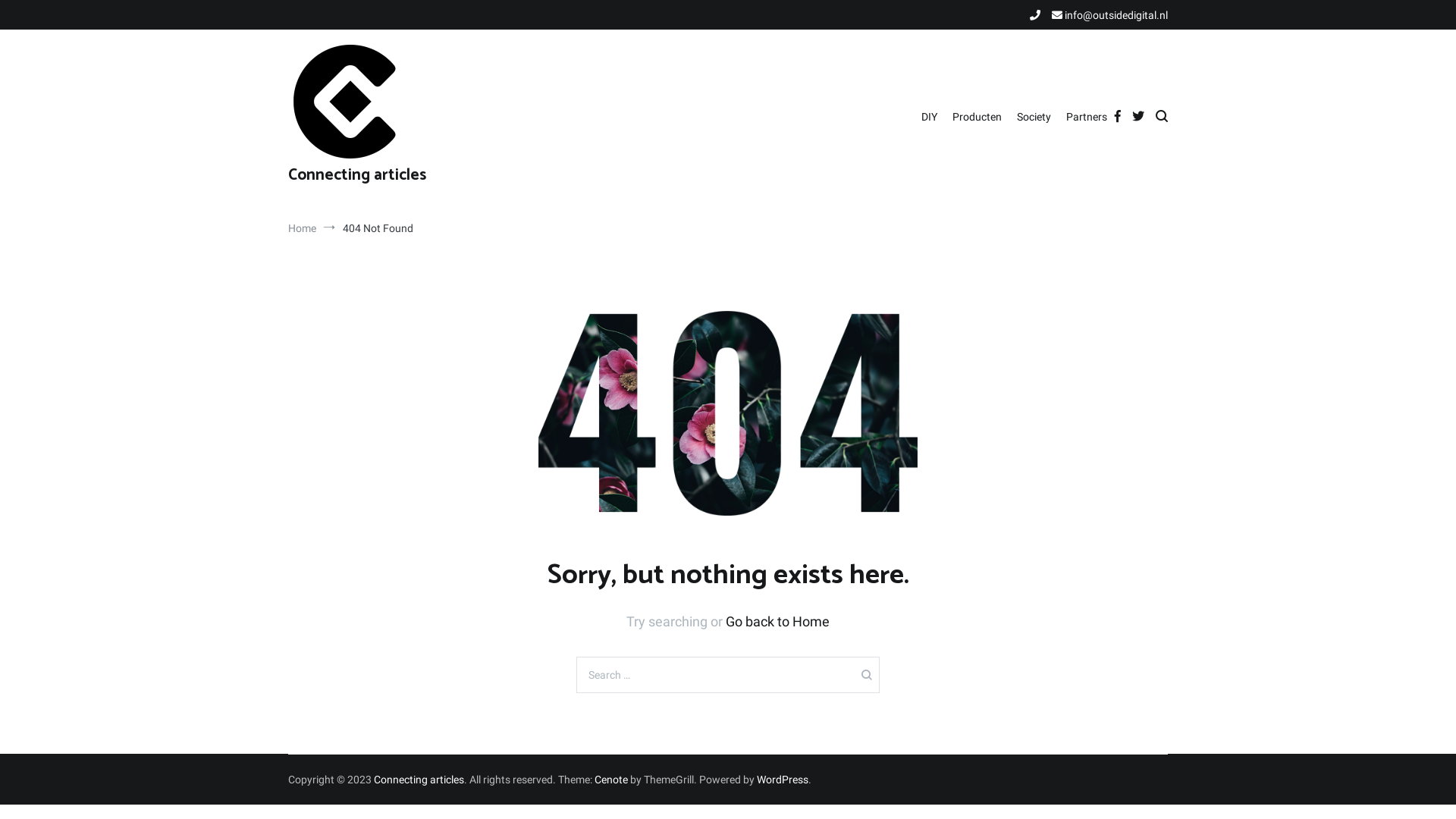 The width and height of the screenshot is (1456, 819). I want to click on 'info@outsidedigital.nl', so click(1109, 14).